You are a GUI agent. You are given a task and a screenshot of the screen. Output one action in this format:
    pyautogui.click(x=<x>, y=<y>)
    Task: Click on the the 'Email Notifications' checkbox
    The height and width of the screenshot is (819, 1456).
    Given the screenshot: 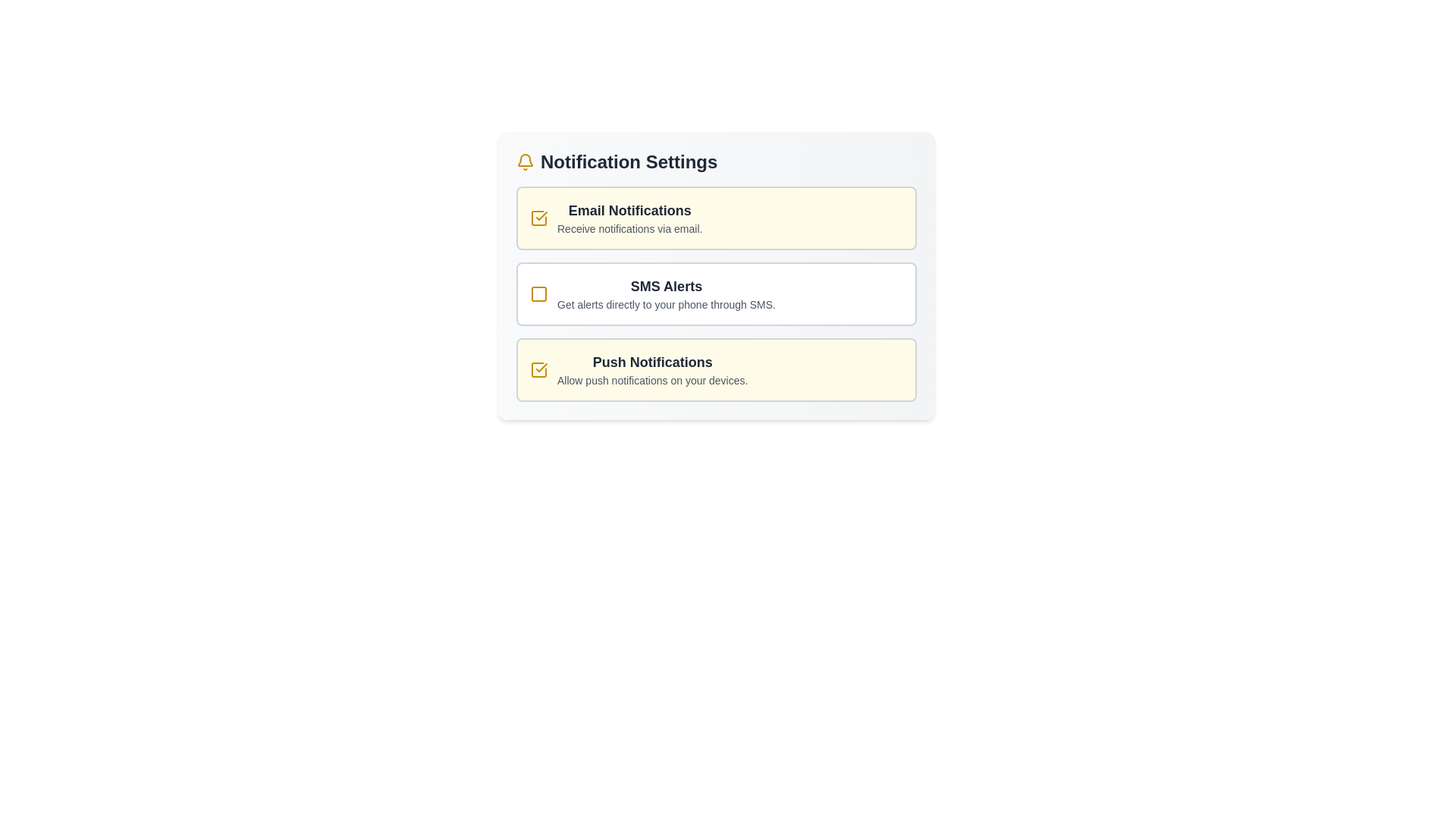 What is the action you would take?
    pyautogui.click(x=538, y=218)
    